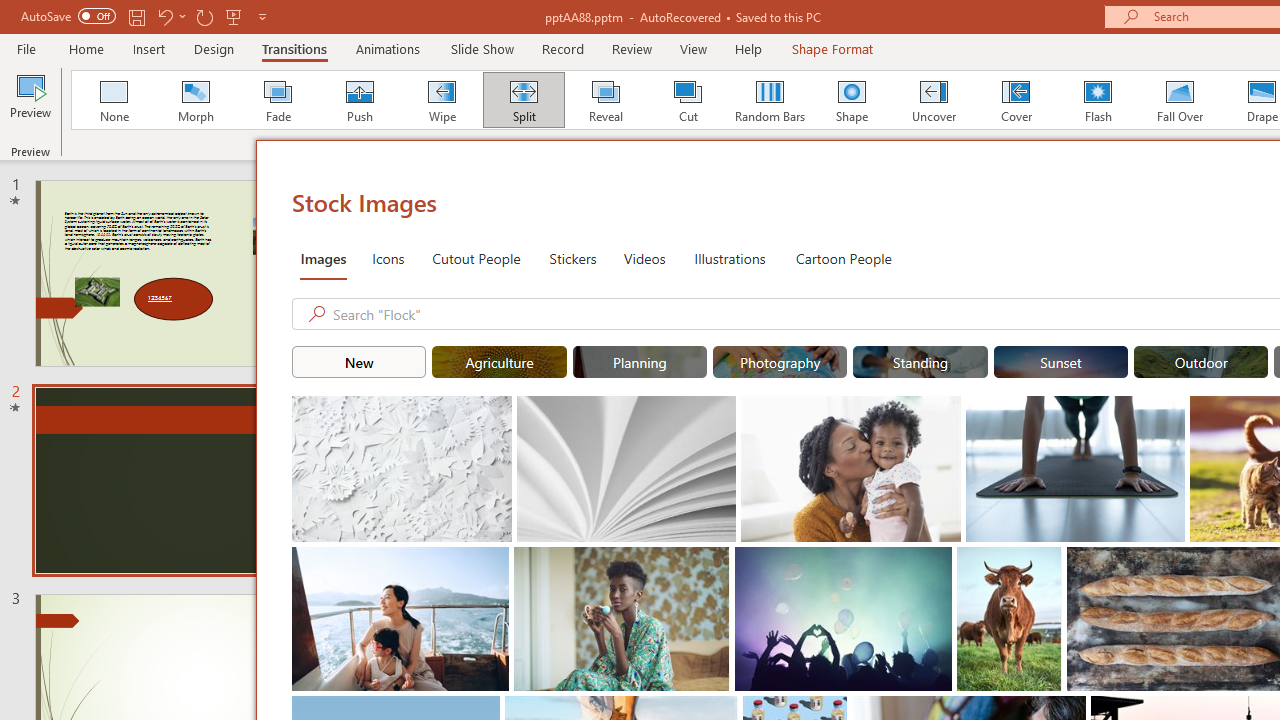 Image resolution: width=1280 pixels, height=720 pixels. Describe the element at coordinates (843, 257) in the screenshot. I see `'Cartoon People'` at that location.